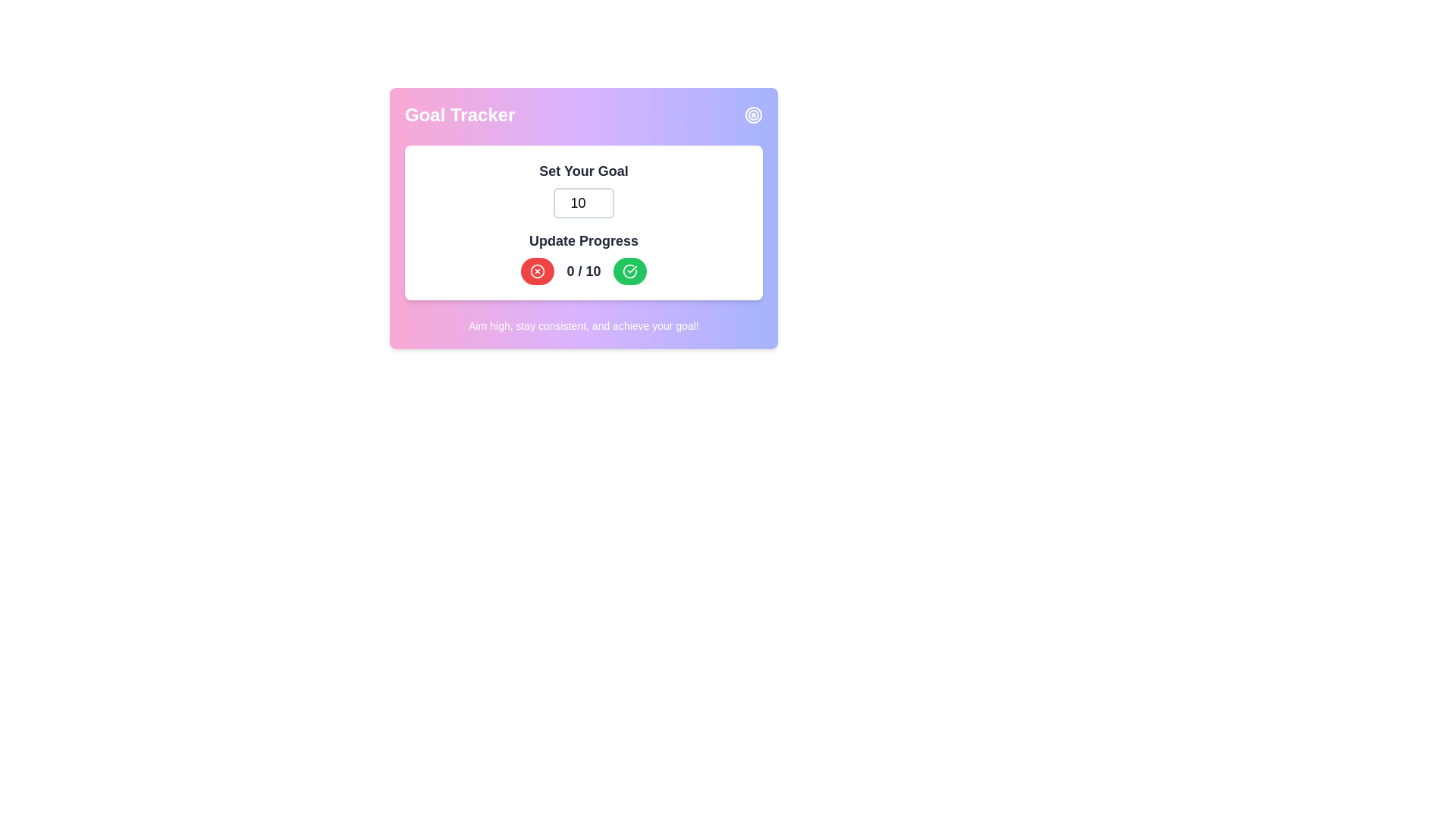  Describe the element at coordinates (753, 114) in the screenshot. I see `the decorative icon located in the top-right corner of the 'Goal Tracker' component, which symbolizes a goal or target` at that location.